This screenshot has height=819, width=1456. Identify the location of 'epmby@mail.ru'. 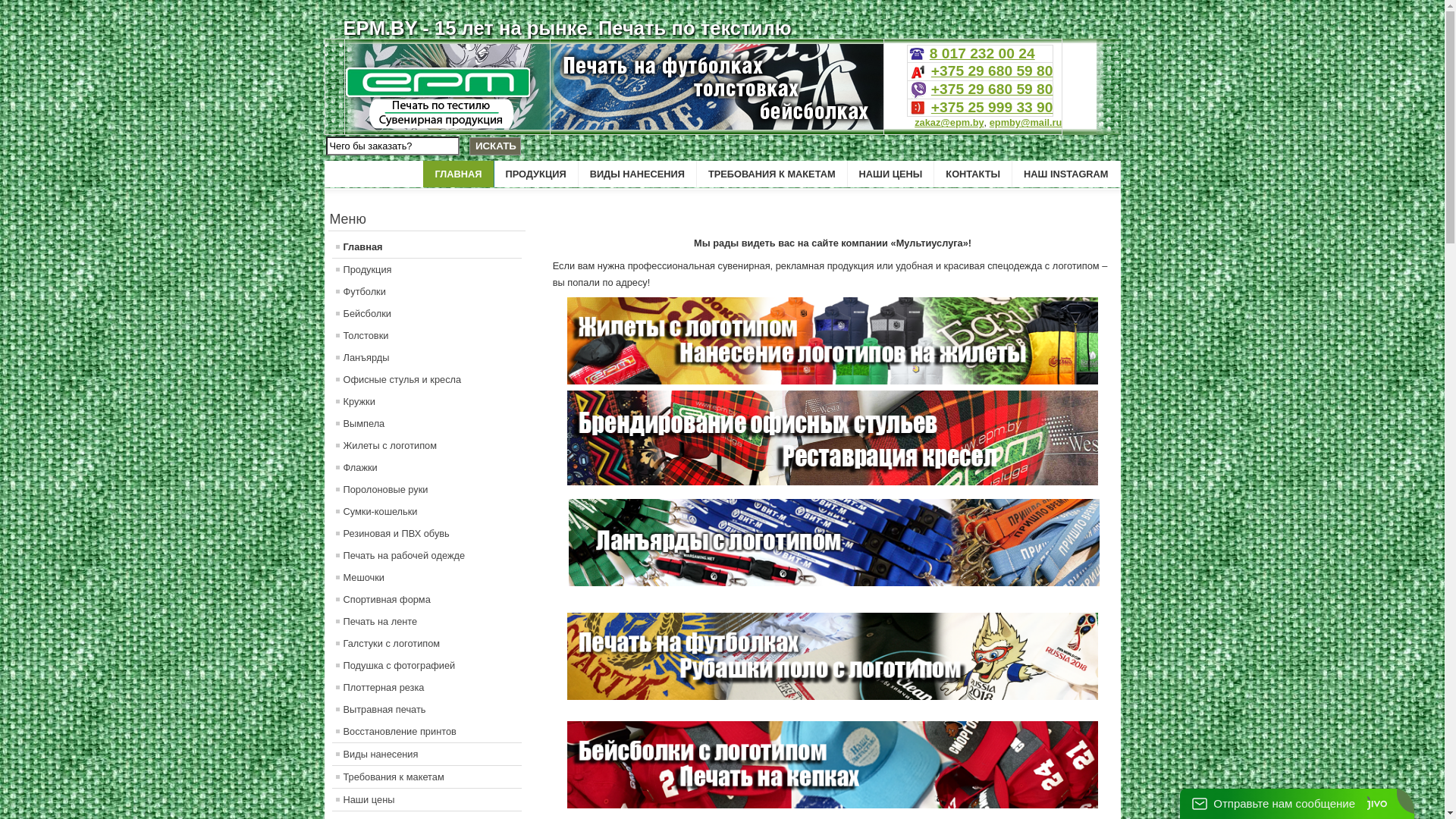
(1026, 121).